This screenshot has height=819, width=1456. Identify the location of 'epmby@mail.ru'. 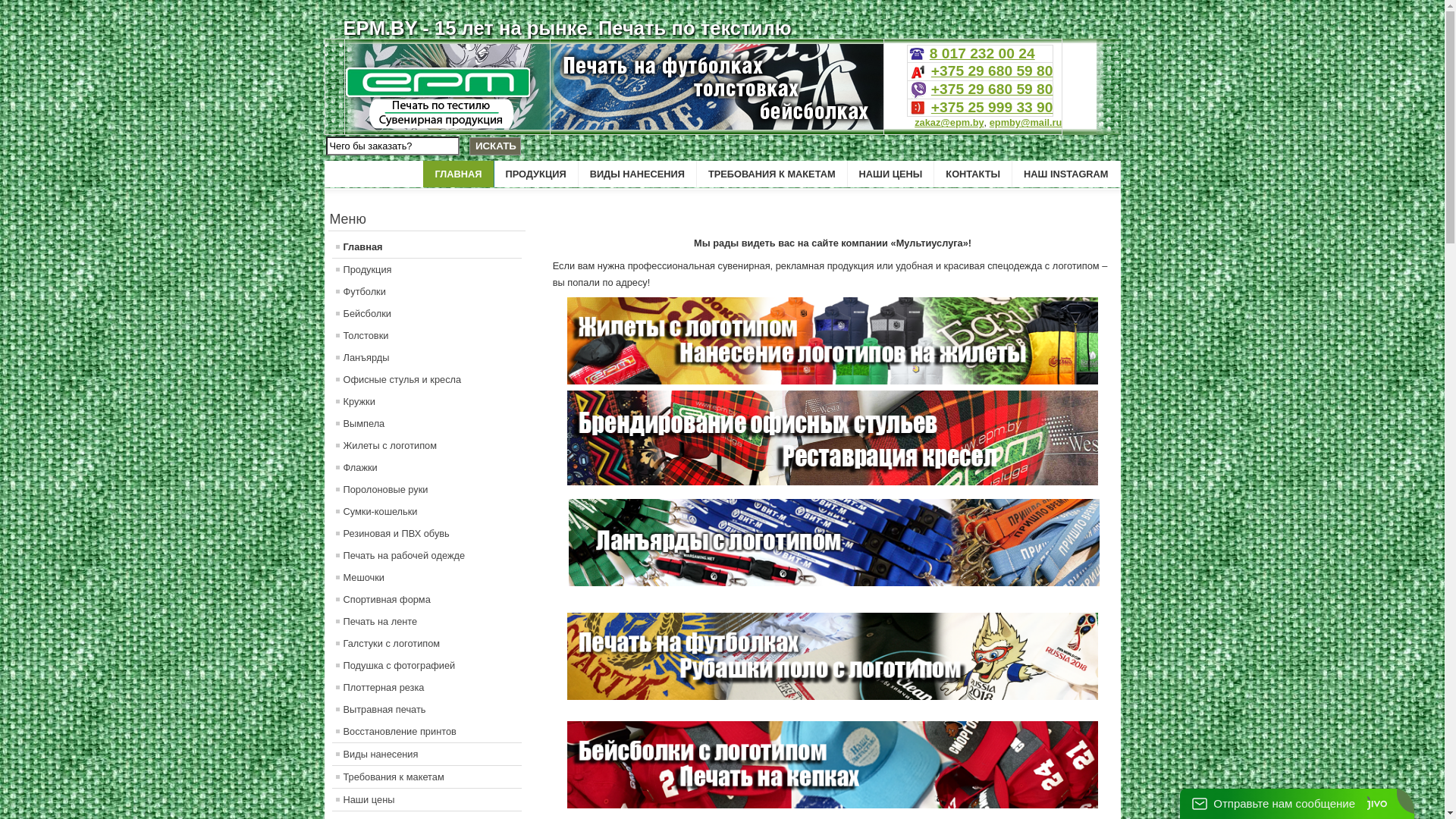
(1026, 121).